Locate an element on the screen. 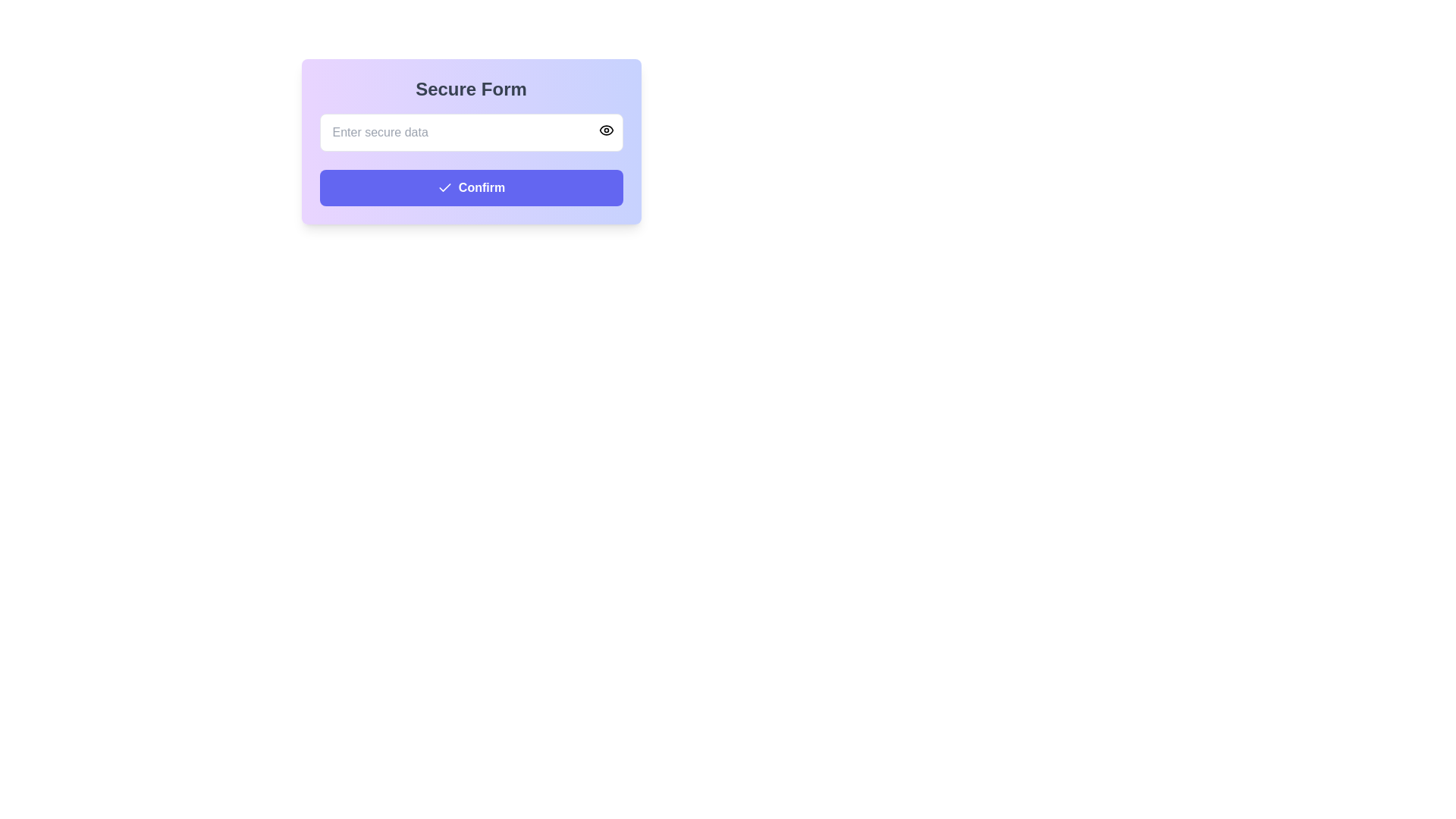 This screenshot has height=819, width=1456. the confirmation button located at the bottom of the form to confirm an action or submission is located at coordinates (470, 187).